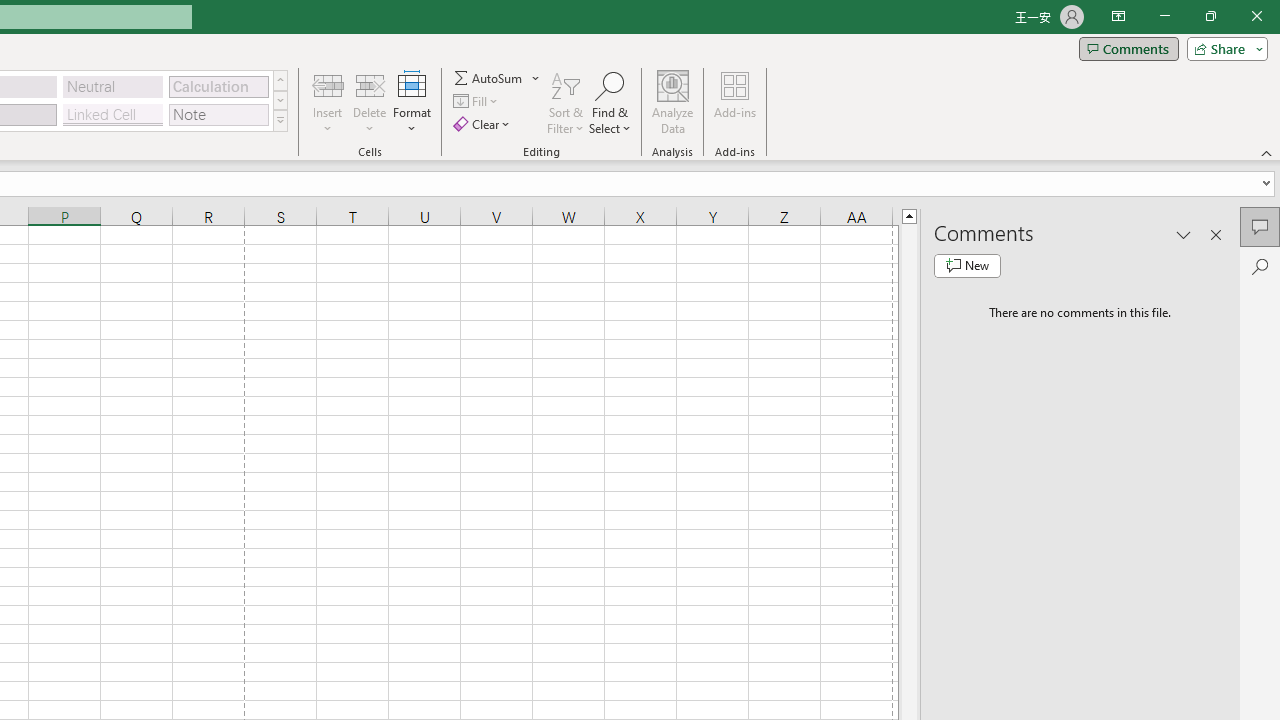 The height and width of the screenshot is (720, 1280). What do you see at coordinates (489, 77) in the screenshot?
I see `'Sum'` at bounding box center [489, 77].